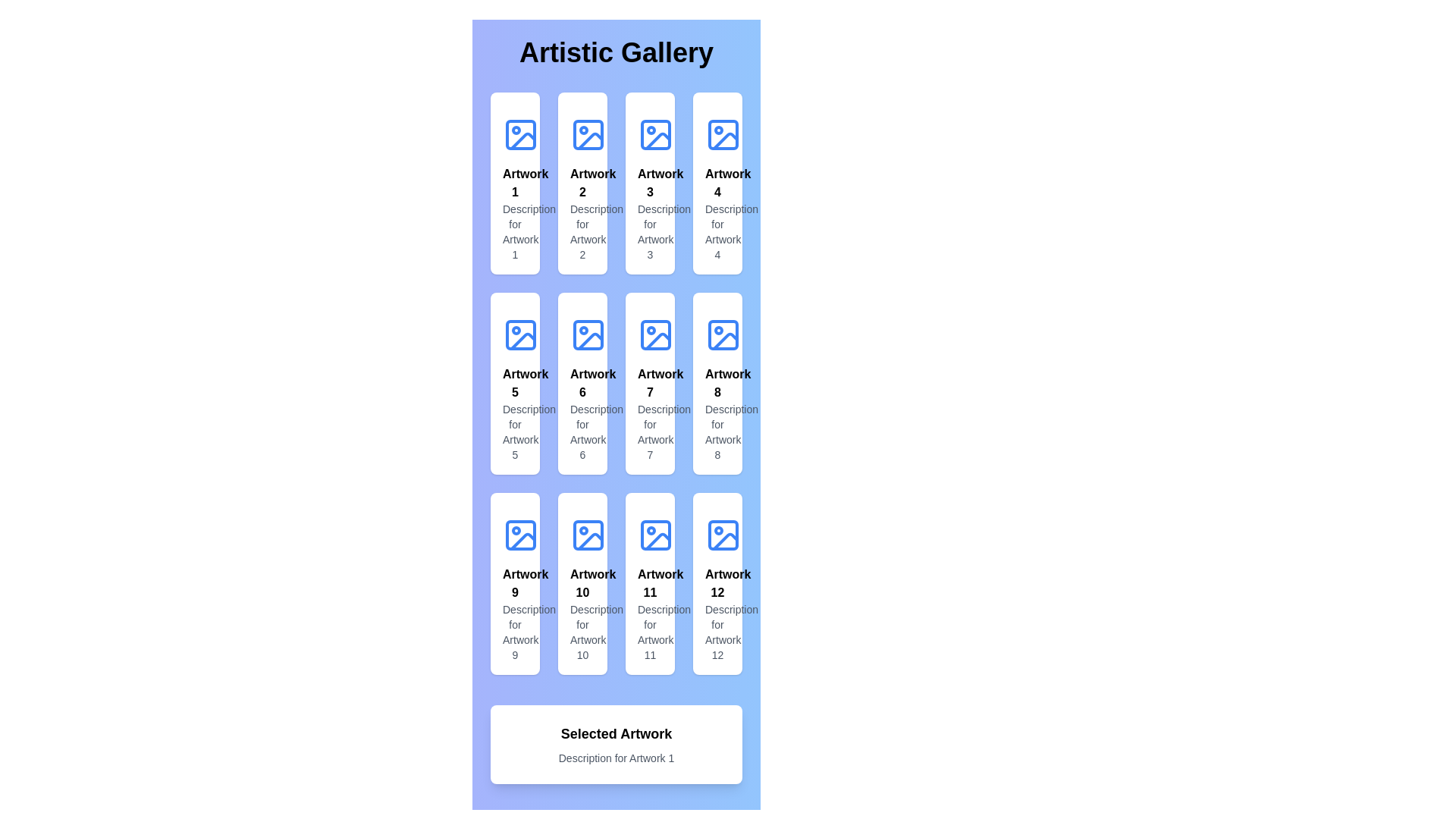  What do you see at coordinates (655, 133) in the screenshot?
I see `the blue-bordered image placeholder icon with a mountain and sun design located at the top center of the 'Artwork 3' card in the gallery layout` at bounding box center [655, 133].